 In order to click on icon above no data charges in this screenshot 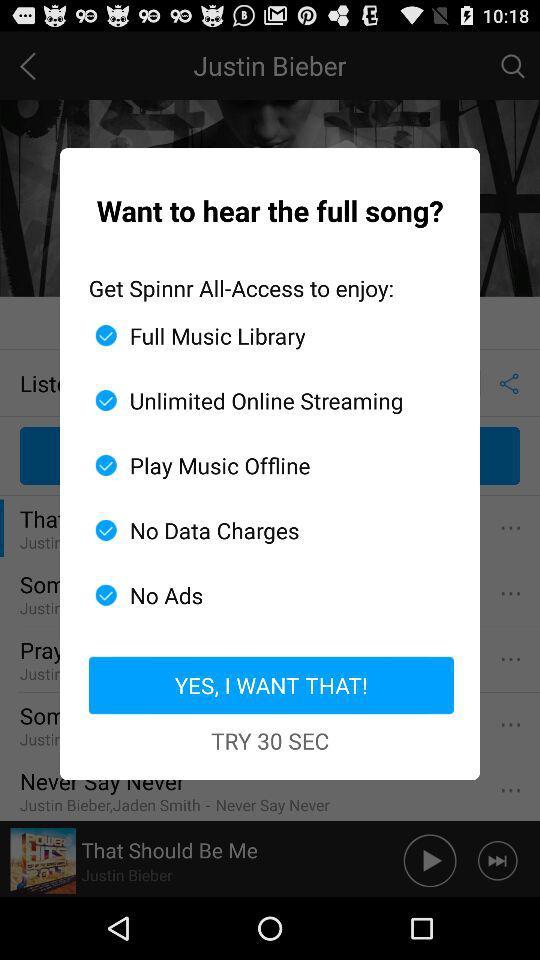, I will do `click(262, 465)`.